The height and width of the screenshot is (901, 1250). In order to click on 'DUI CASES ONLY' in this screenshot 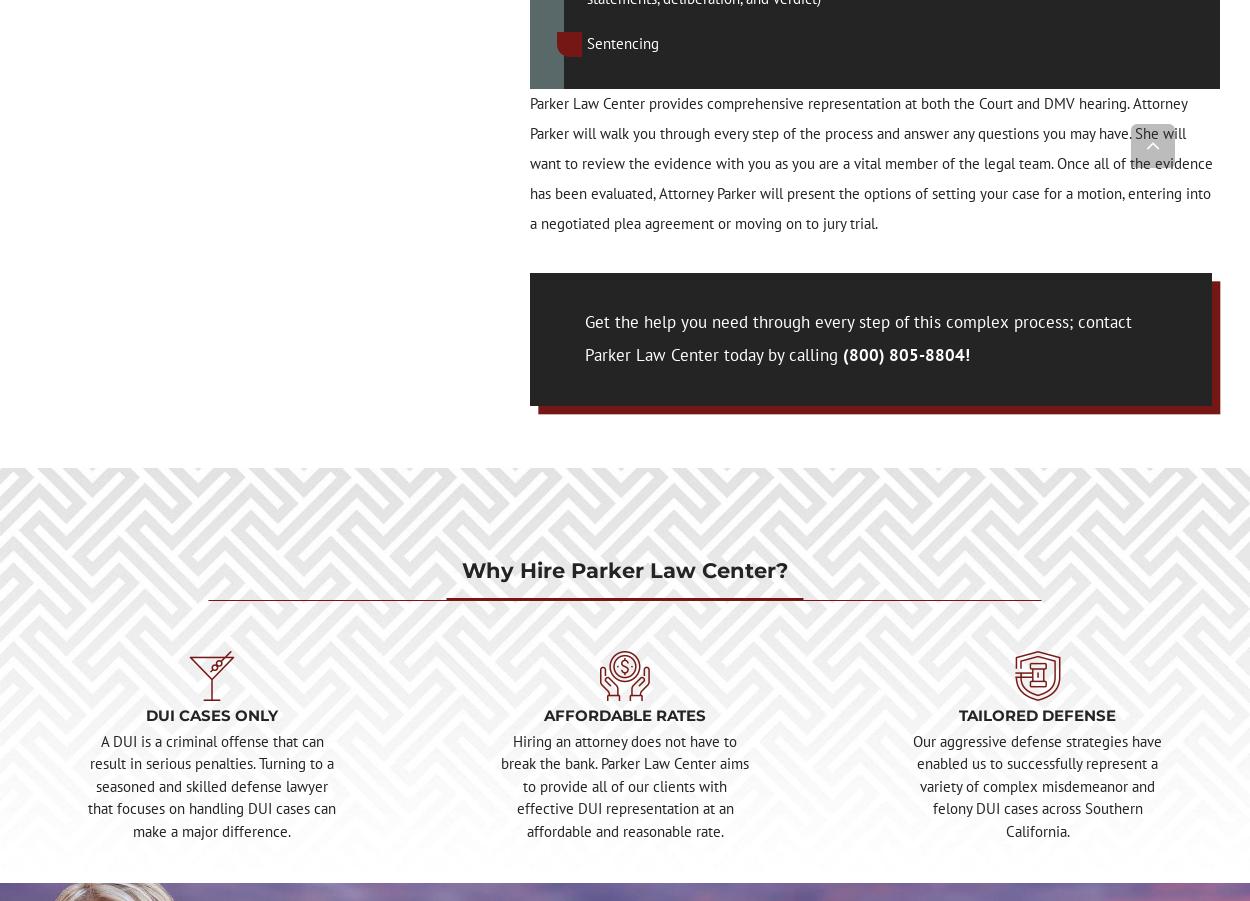, I will do `click(211, 714)`.